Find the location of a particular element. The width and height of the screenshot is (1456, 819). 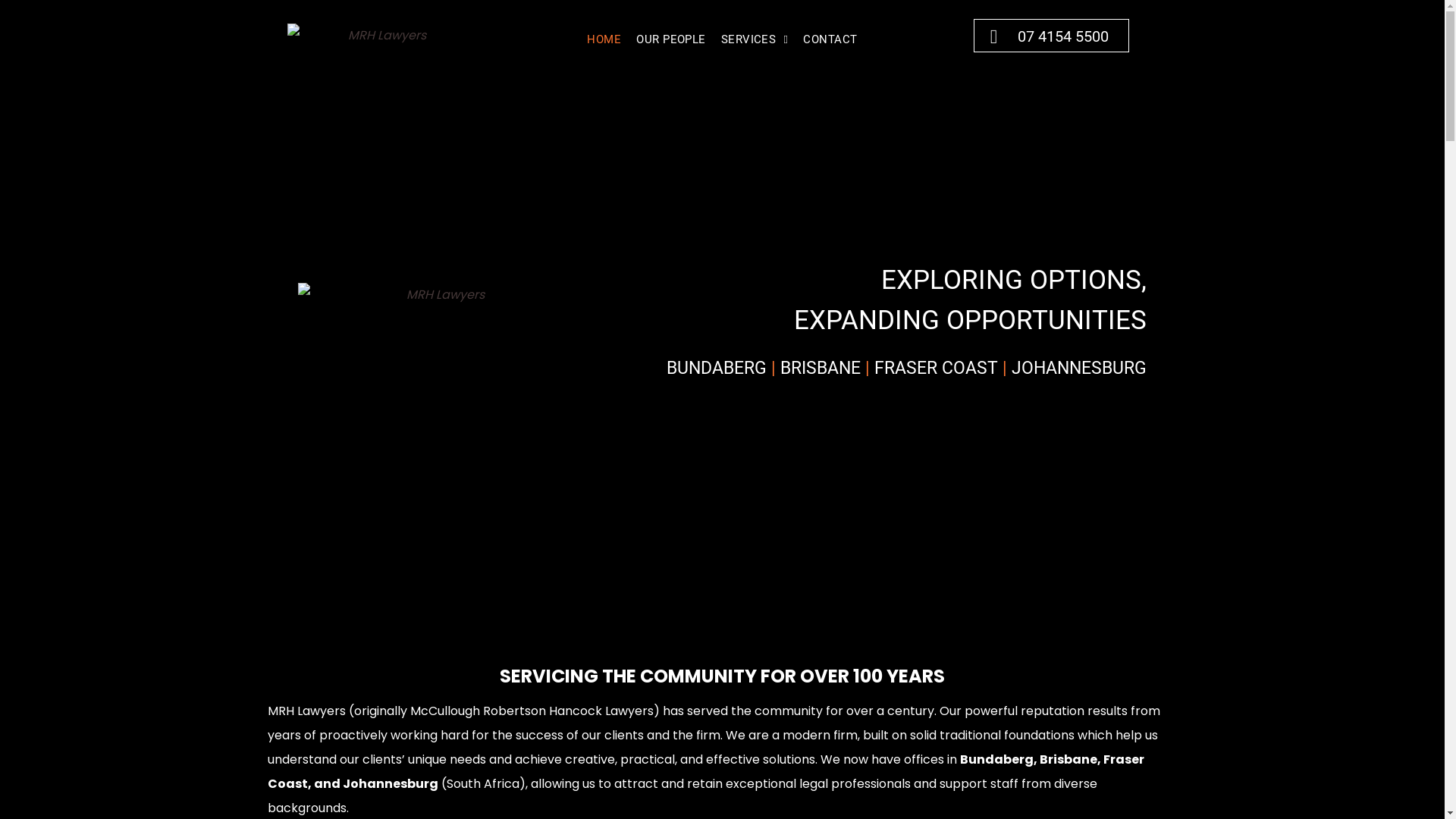

'SERVICES' is located at coordinates (755, 38).